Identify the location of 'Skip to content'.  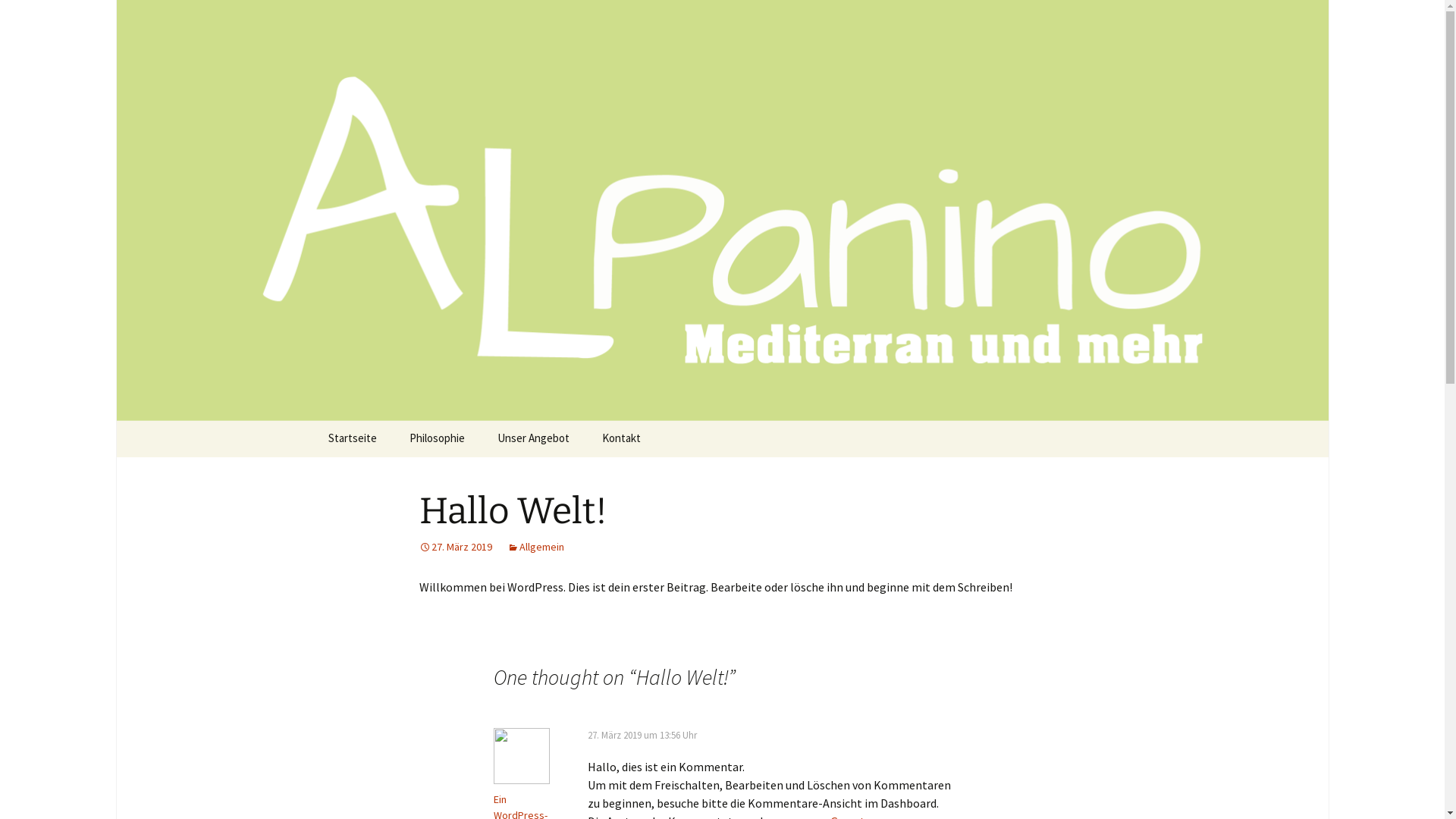
(352, 430).